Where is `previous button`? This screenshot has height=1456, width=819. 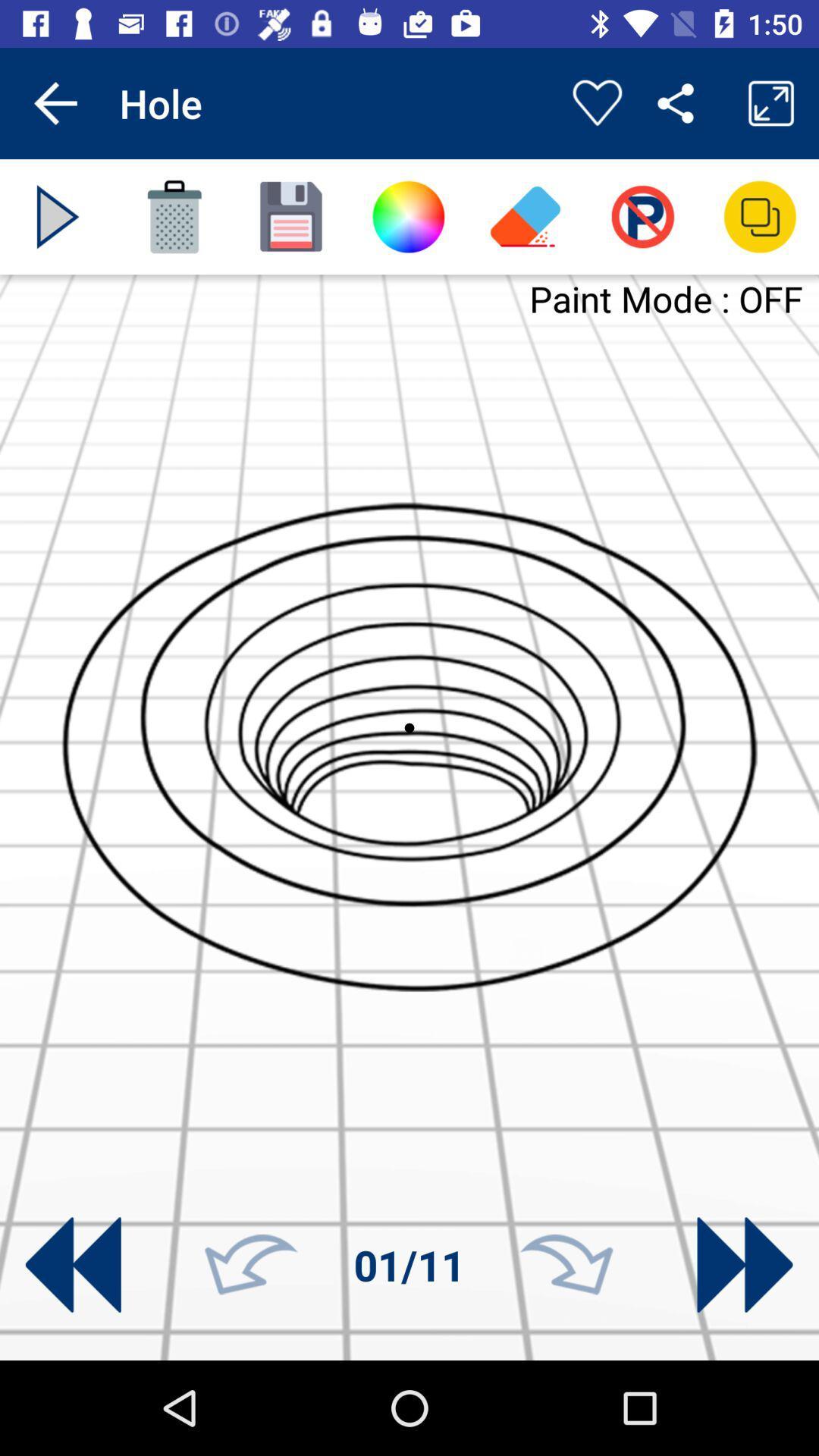 previous button is located at coordinates (73, 1265).